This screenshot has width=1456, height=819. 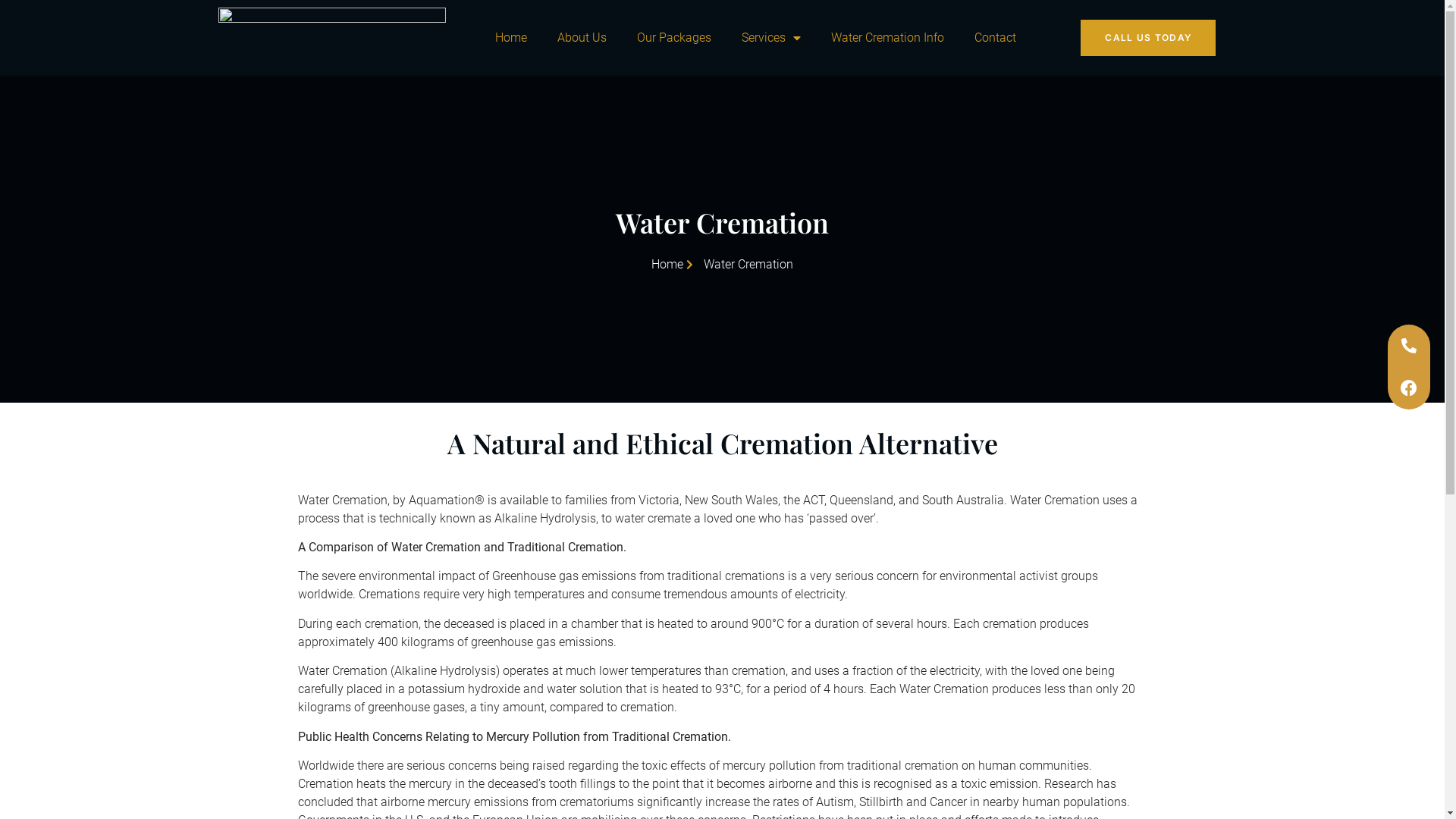 I want to click on 'Water Cremation Info', so click(x=887, y=37).